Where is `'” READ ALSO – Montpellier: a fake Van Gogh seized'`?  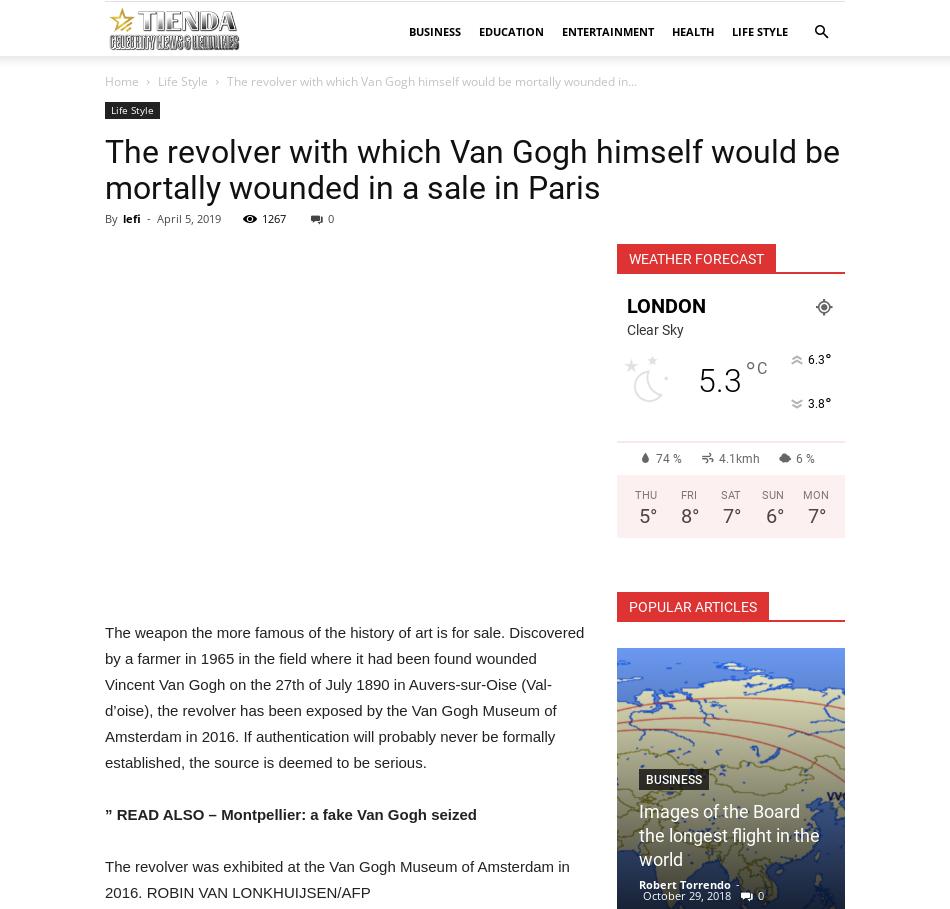 '” READ ALSO – Montpellier: a fake Van Gogh seized' is located at coordinates (289, 814).